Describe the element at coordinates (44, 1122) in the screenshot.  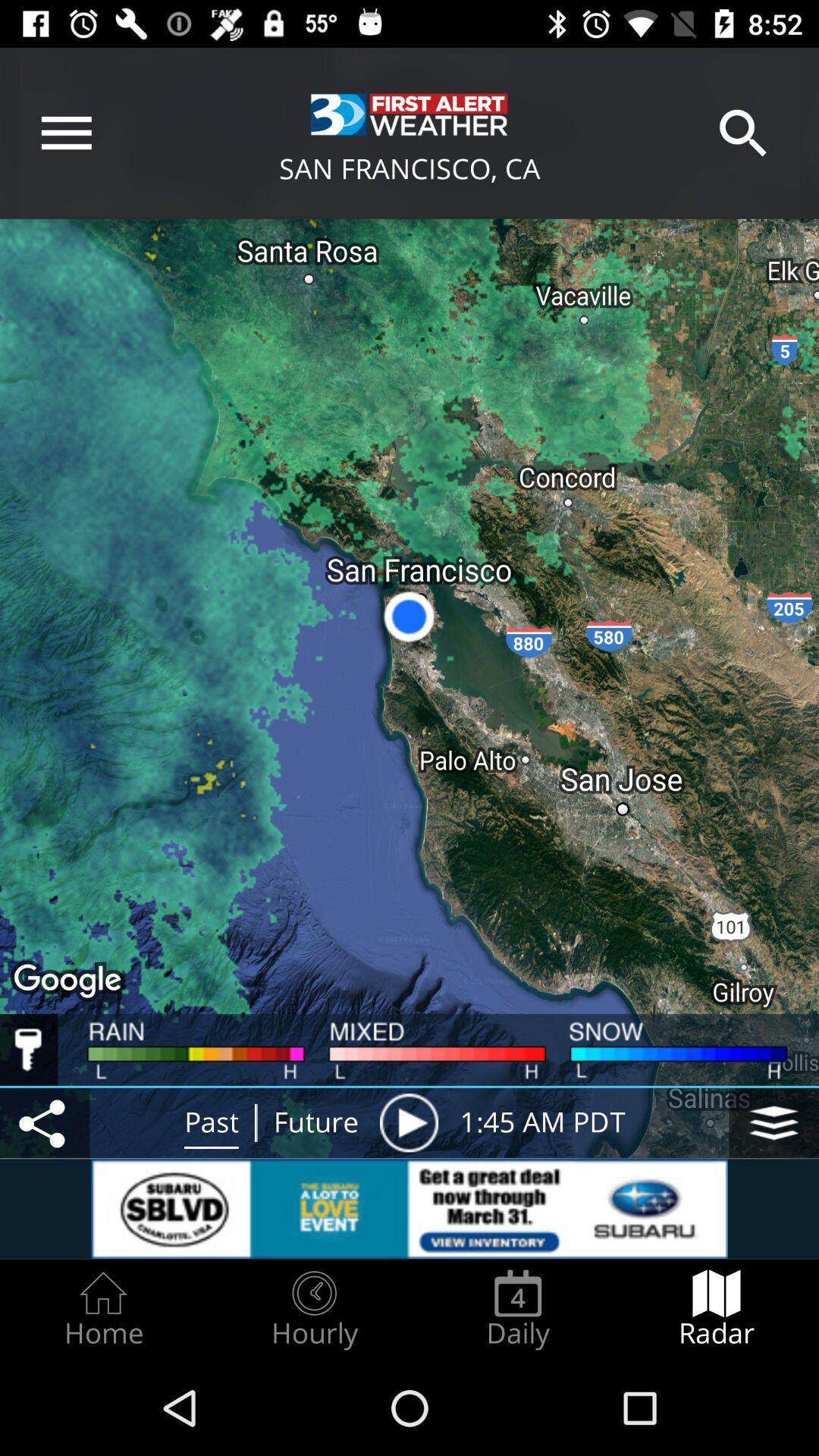
I see `share button` at that location.